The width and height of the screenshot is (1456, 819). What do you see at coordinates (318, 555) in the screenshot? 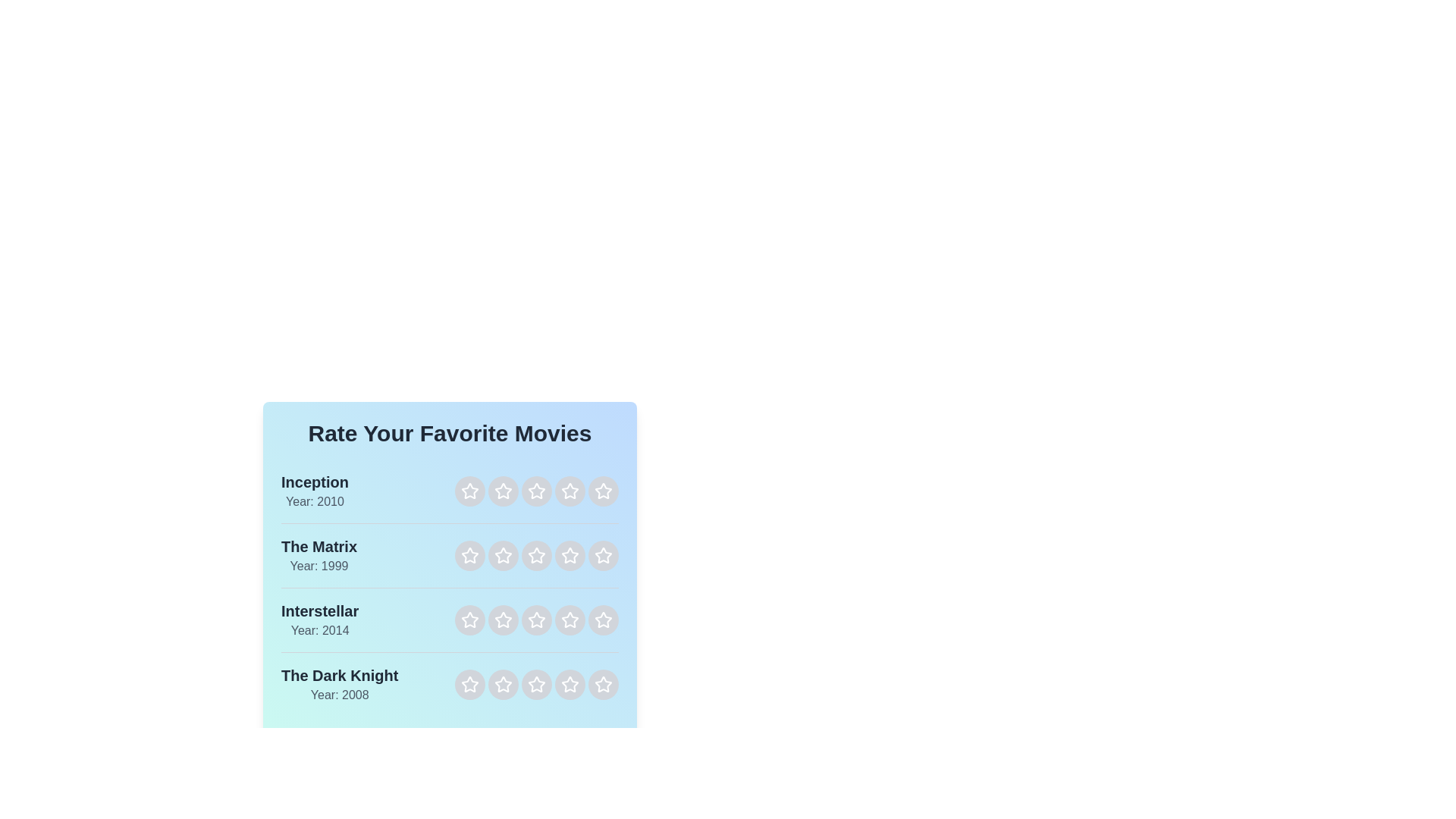
I see `the details of the movie The Matrix` at bounding box center [318, 555].